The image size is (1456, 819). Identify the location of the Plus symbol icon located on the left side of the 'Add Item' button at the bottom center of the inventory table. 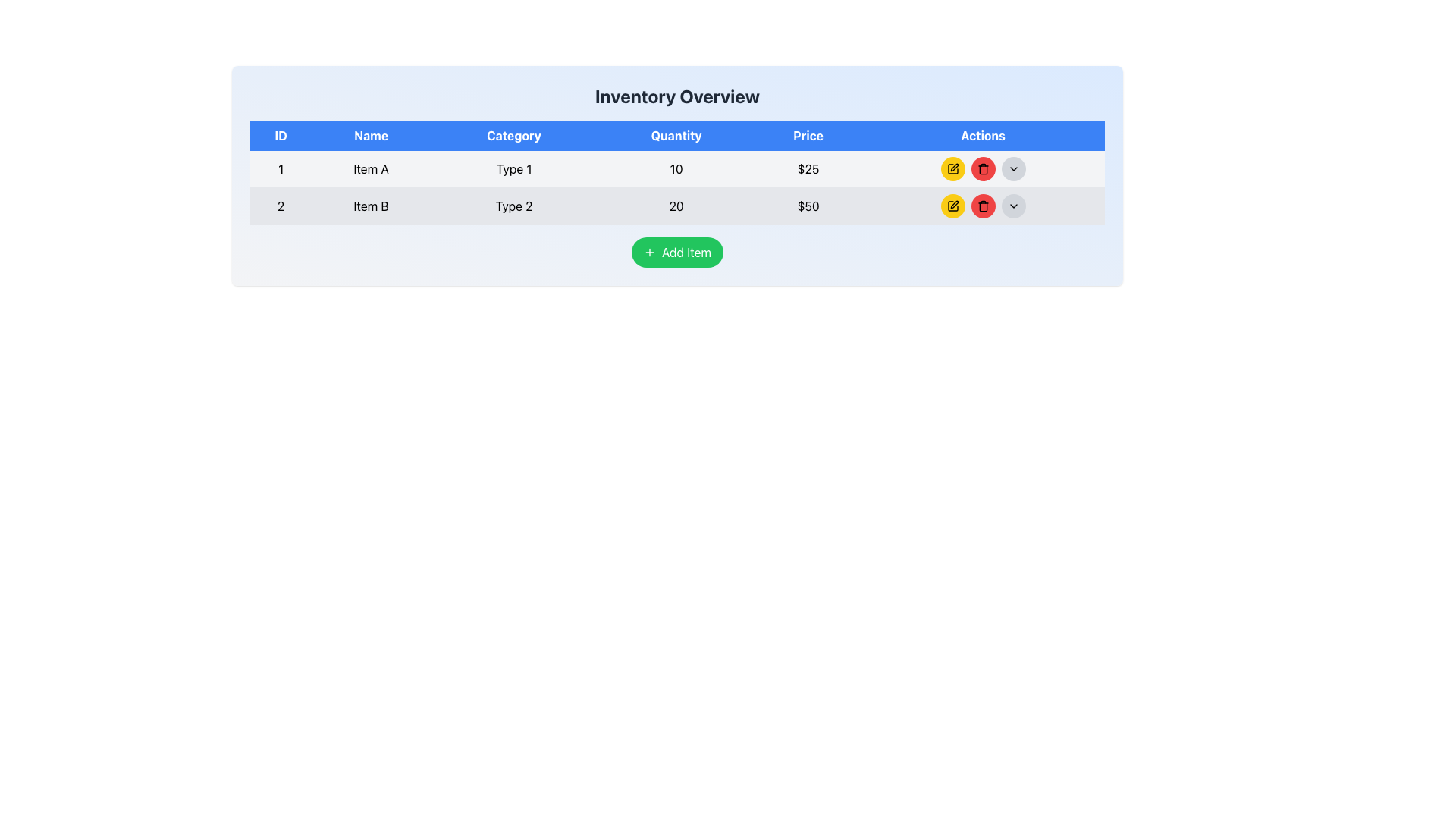
(649, 251).